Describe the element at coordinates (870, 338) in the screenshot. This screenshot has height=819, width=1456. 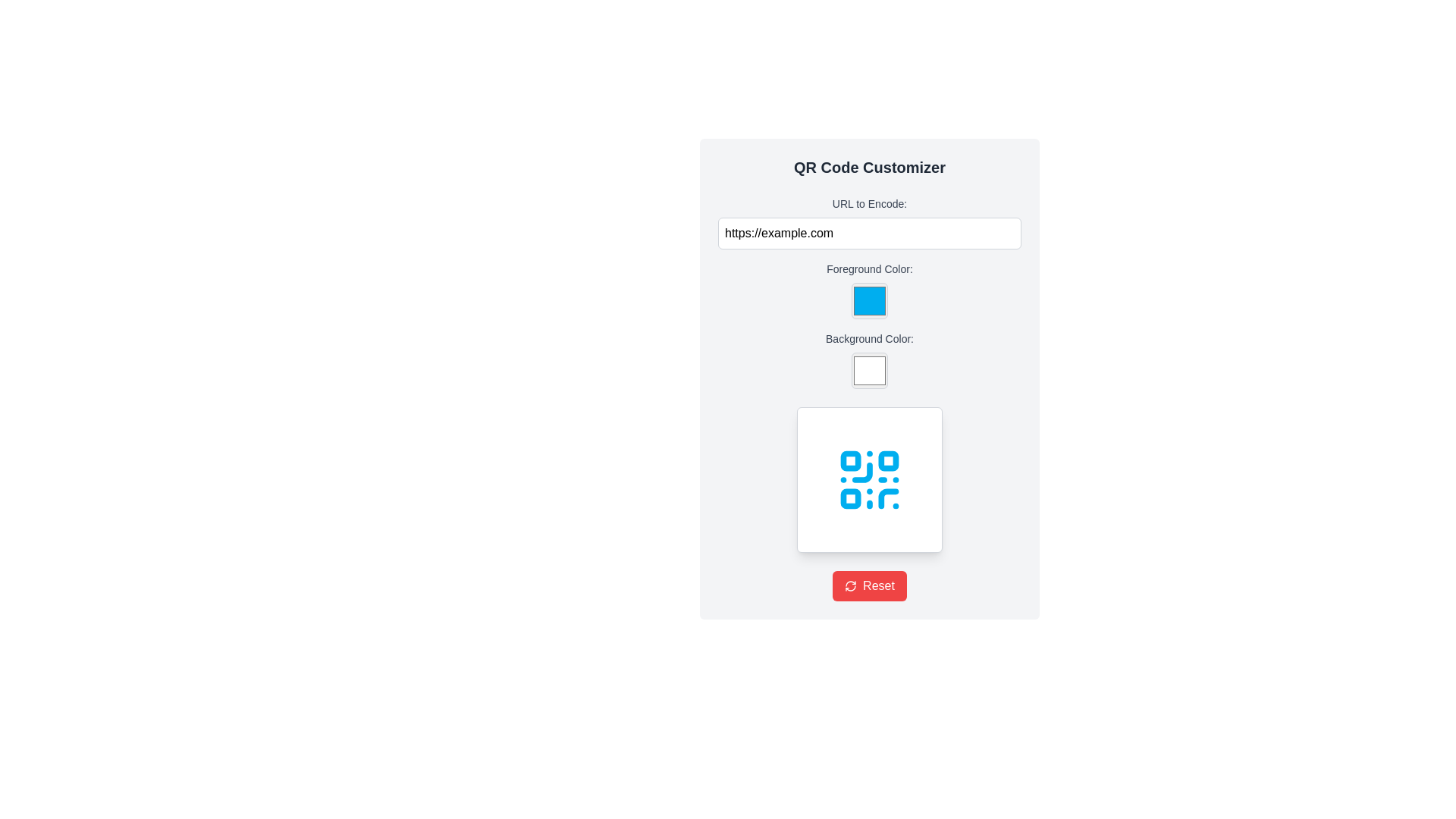
I see `text label 'Background Color:' which is styled with a small font-size, medium weight, and a gray color tone, positioned above the associated color input box in the 'QR Code Customizer' section` at that location.